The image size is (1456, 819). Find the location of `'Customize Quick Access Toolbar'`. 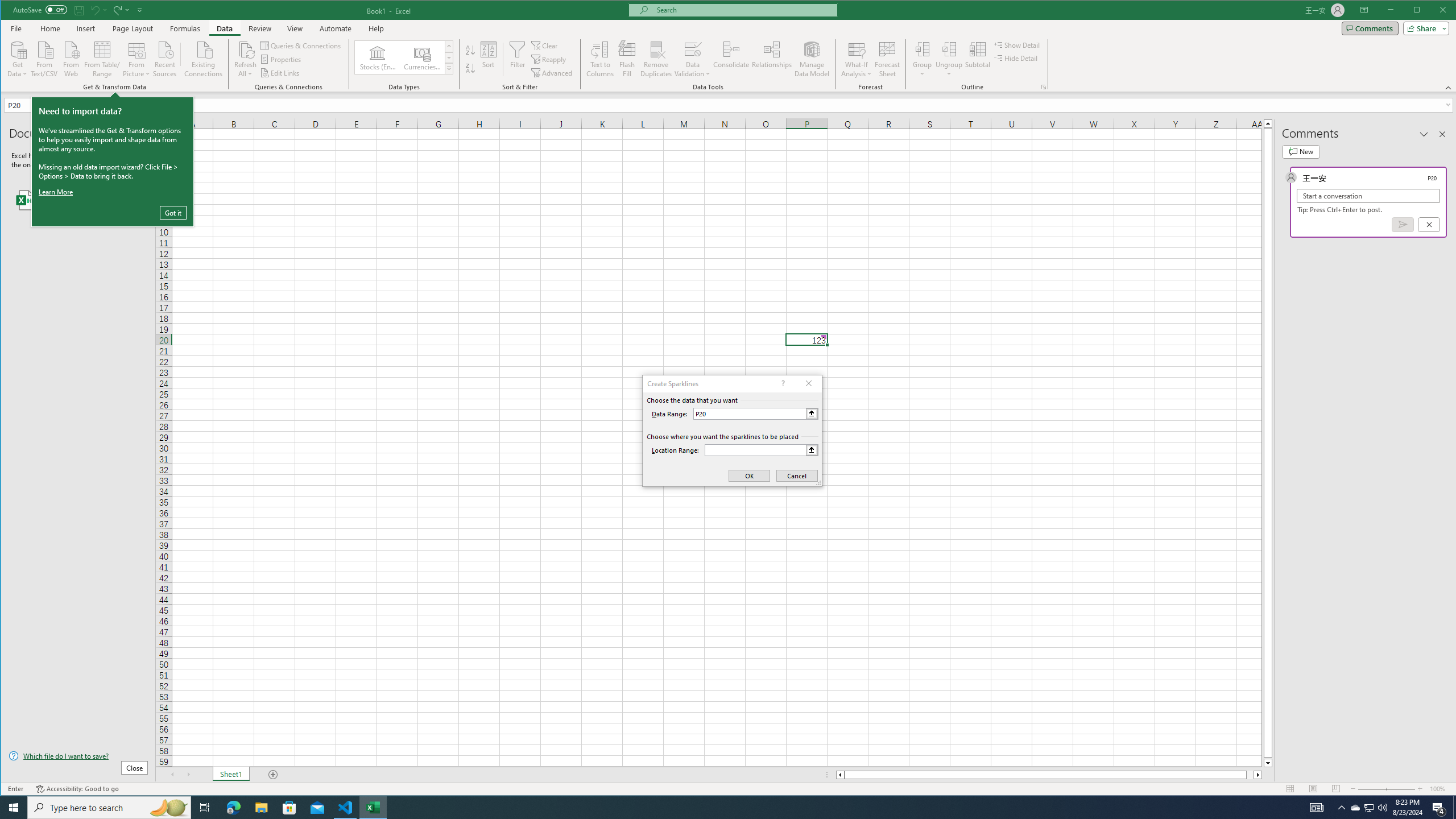

'Customize Quick Access Toolbar' is located at coordinates (140, 9).